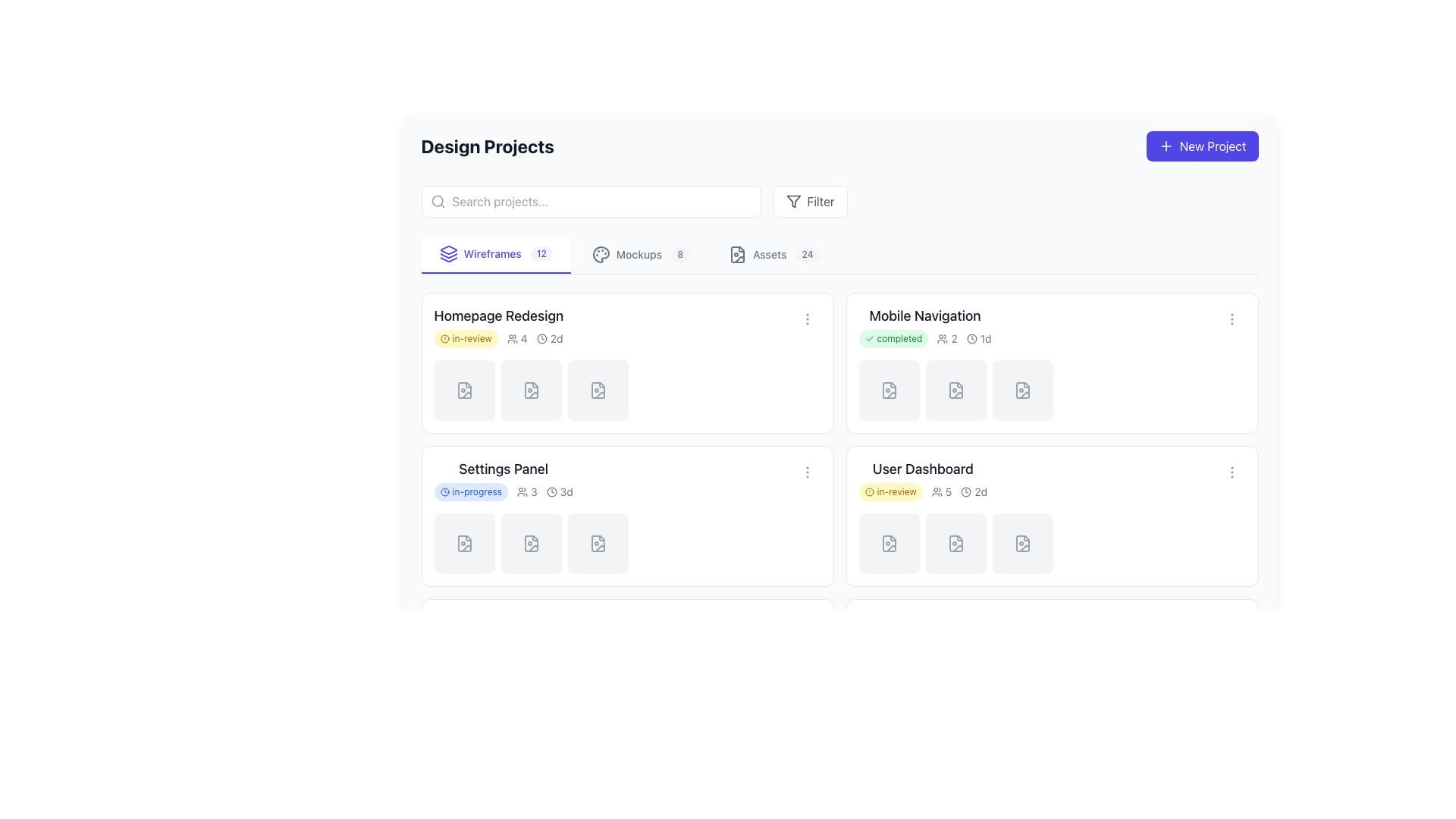 This screenshot has width=1456, height=819. What do you see at coordinates (922, 468) in the screenshot?
I see `the 'User Dashboard' text label, which is a large and bold dark gray label located in the bottom-right section of the layout, under the 'Design Projects' heading` at bounding box center [922, 468].